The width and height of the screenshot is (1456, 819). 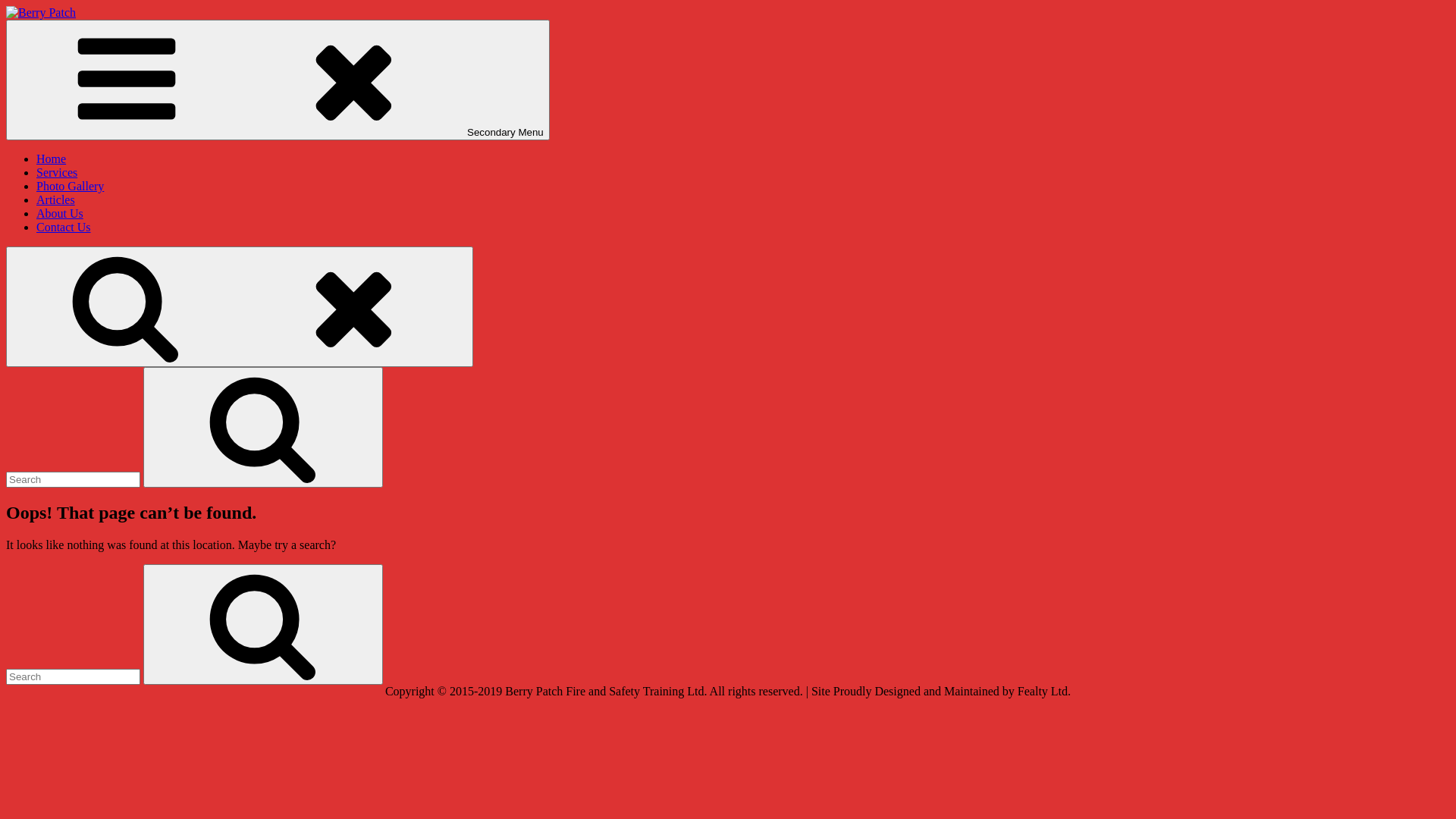 I want to click on 'Search', so click(x=239, y=306).